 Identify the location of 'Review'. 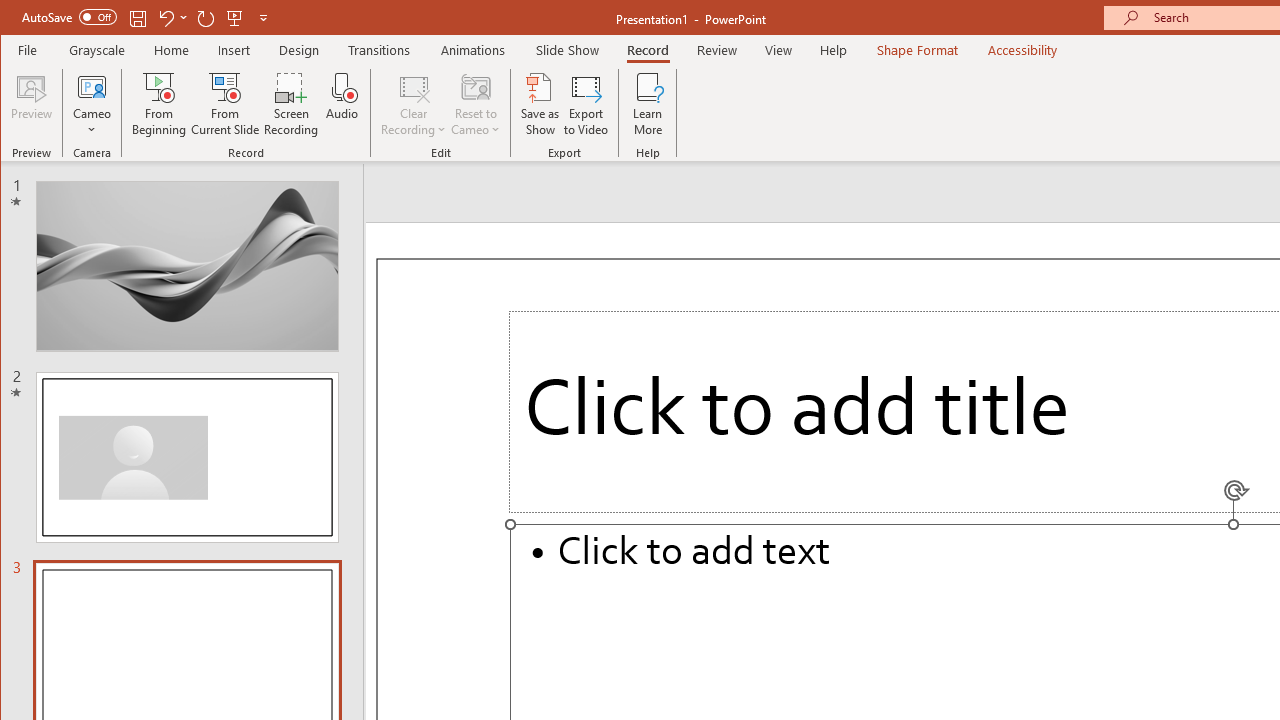
(717, 49).